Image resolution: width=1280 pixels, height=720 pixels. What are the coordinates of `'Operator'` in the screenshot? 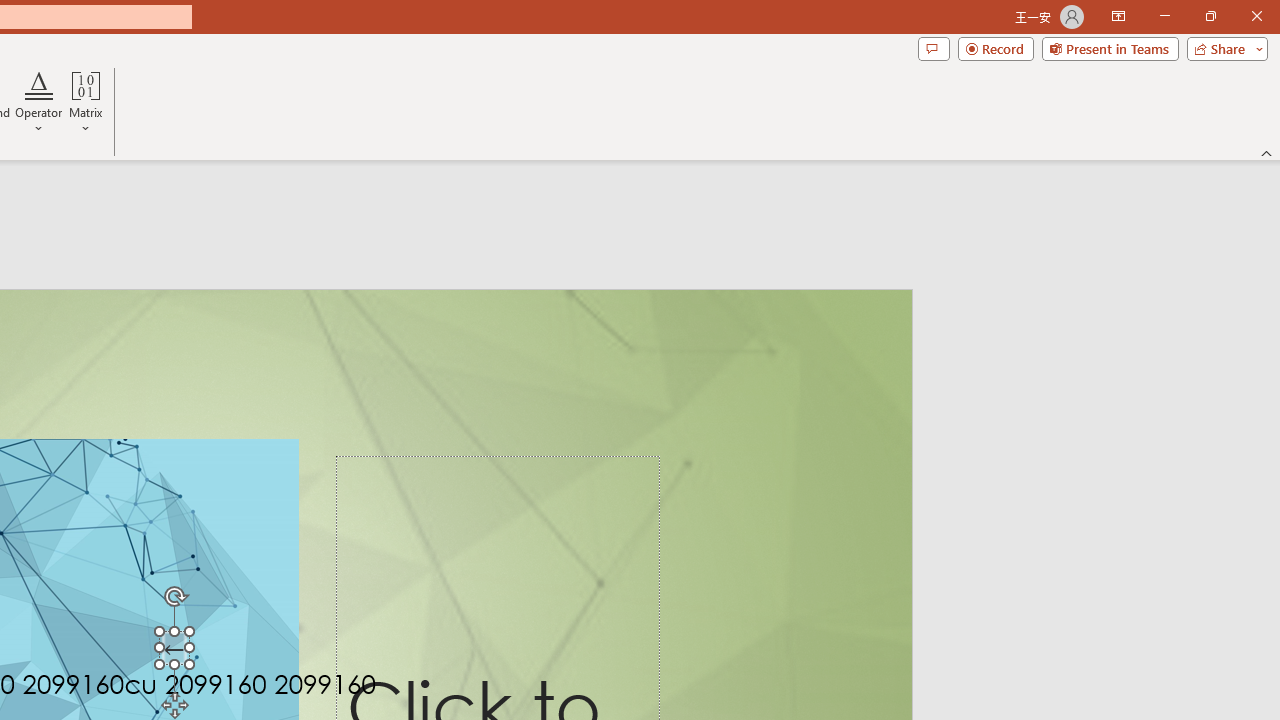 It's located at (39, 103).